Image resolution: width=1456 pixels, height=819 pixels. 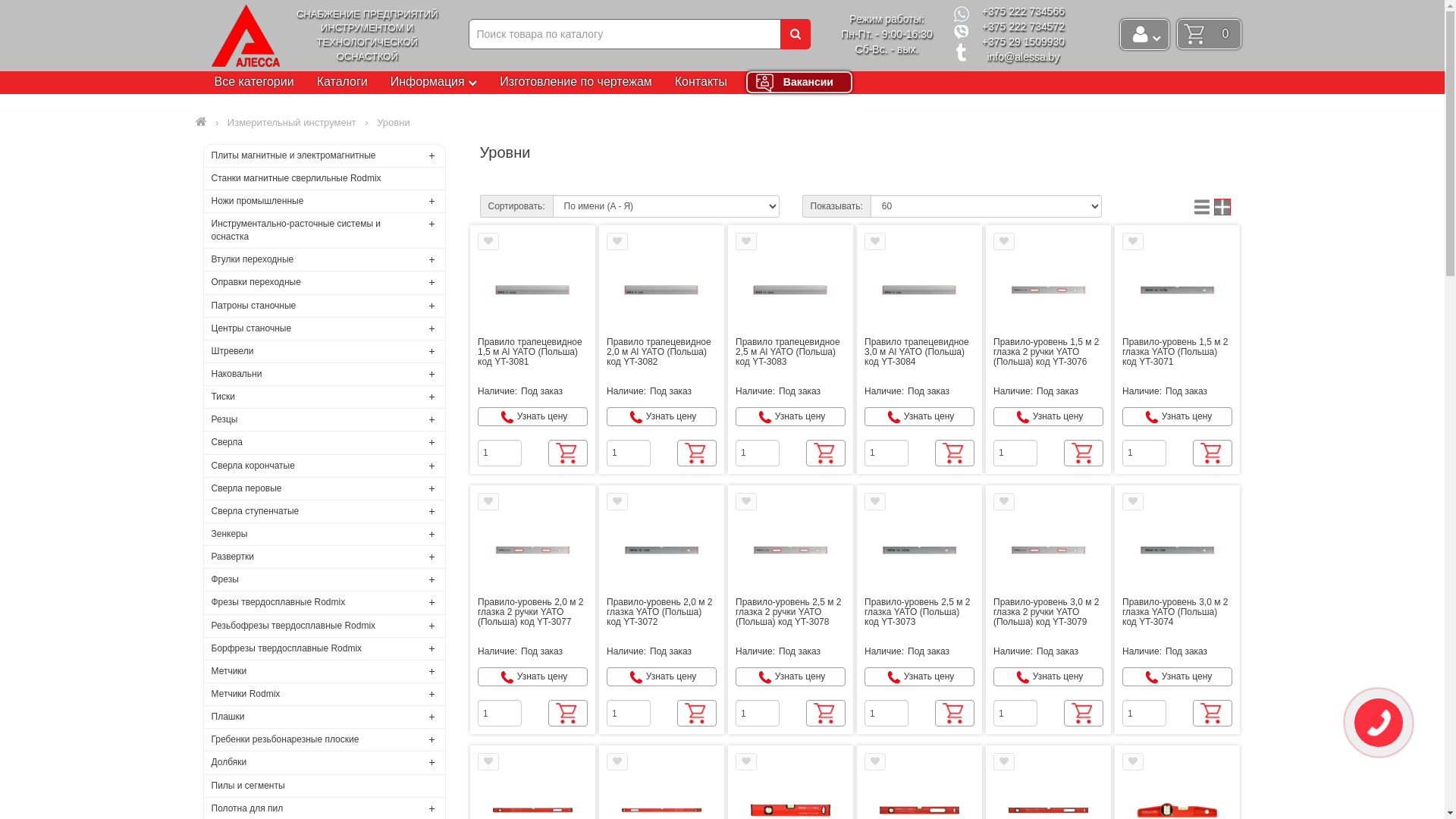 I want to click on '0', so click(x=1208, y=33).